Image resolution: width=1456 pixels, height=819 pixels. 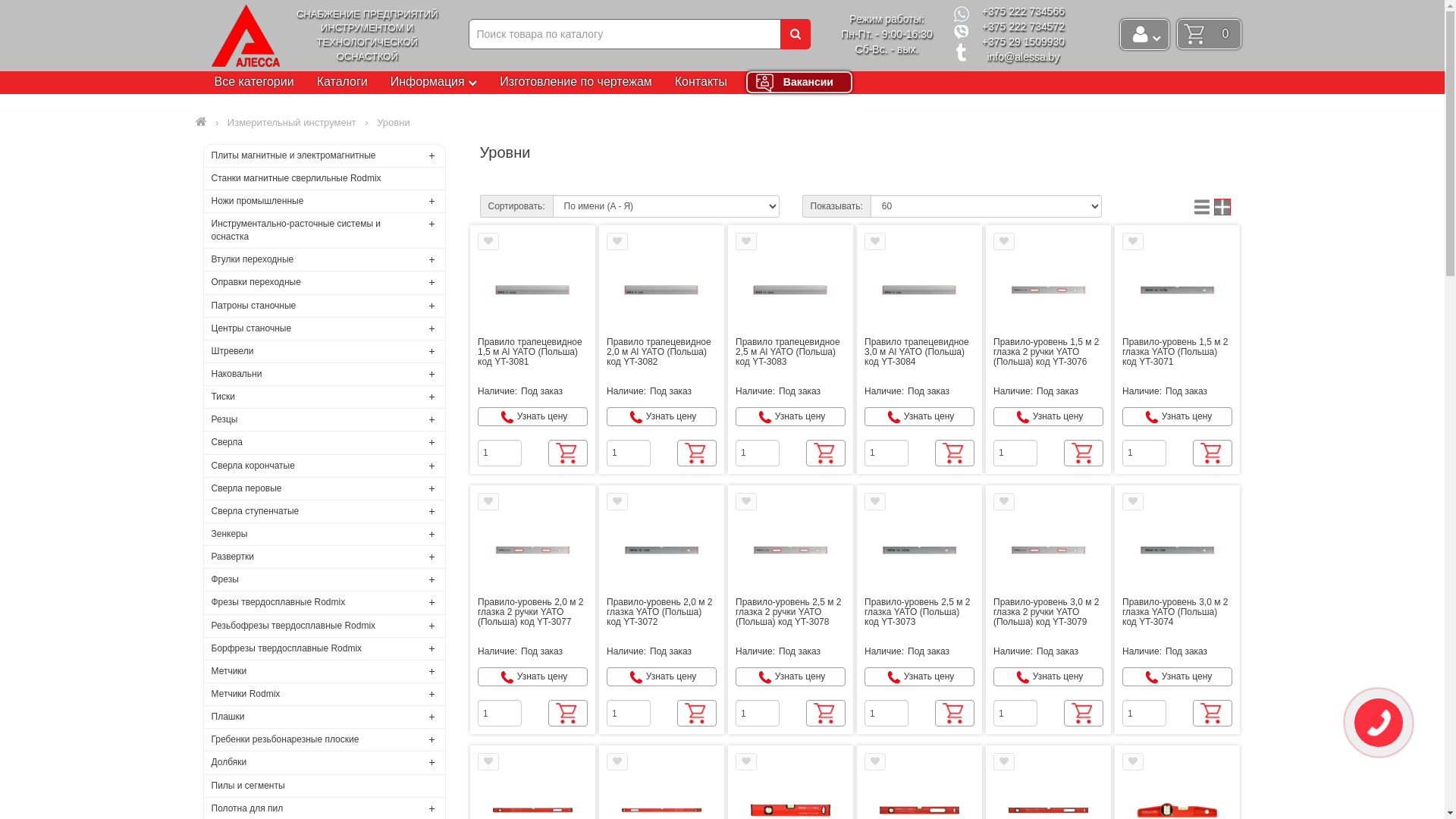 I want to click on '0', so click(x=1208, y=33).